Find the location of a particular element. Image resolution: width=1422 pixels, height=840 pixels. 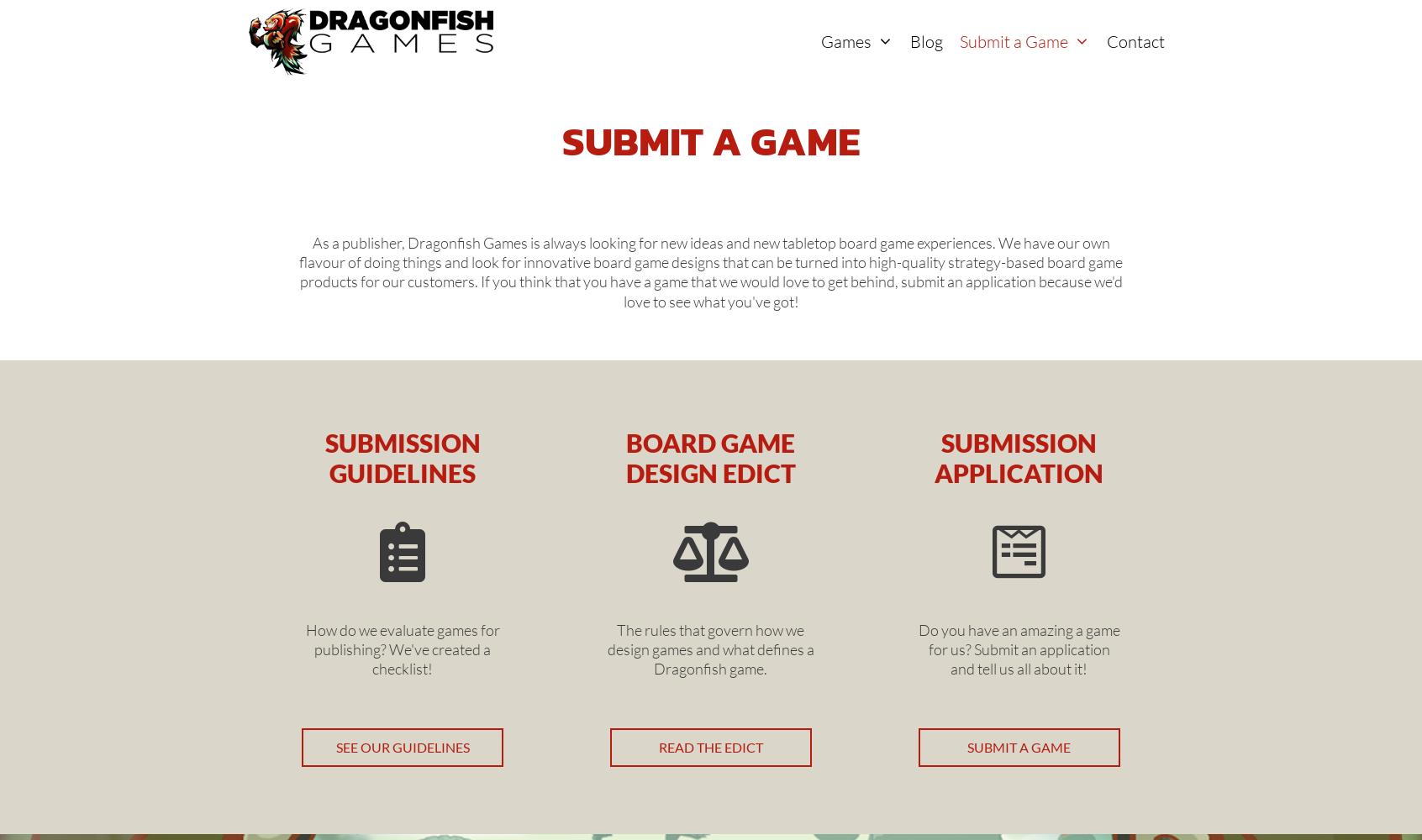

'Submission Guidelines' is located at coordinates (401, 458).